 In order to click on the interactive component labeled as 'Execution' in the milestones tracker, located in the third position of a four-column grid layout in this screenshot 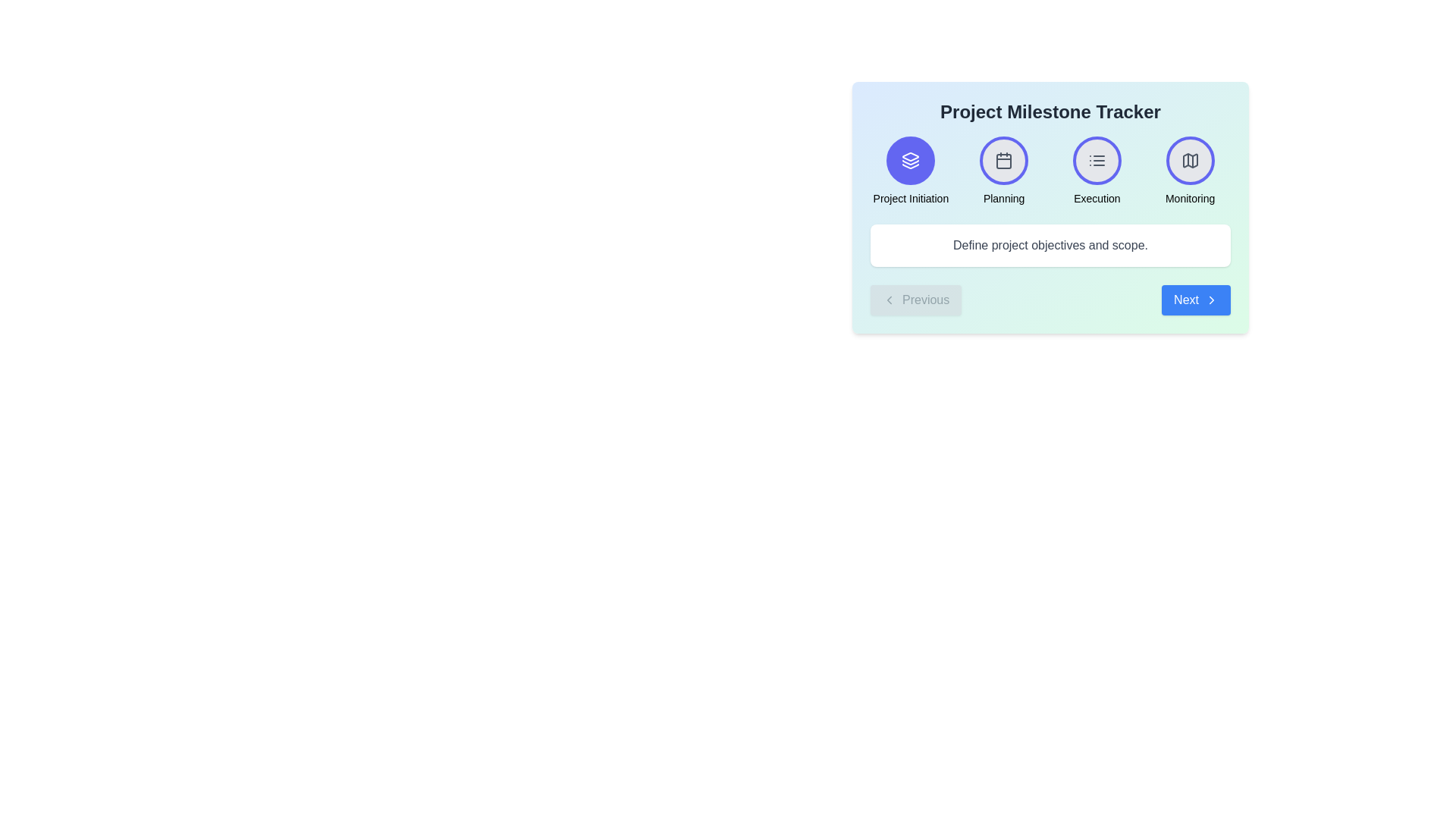, I will do `click(1097, 171)`.